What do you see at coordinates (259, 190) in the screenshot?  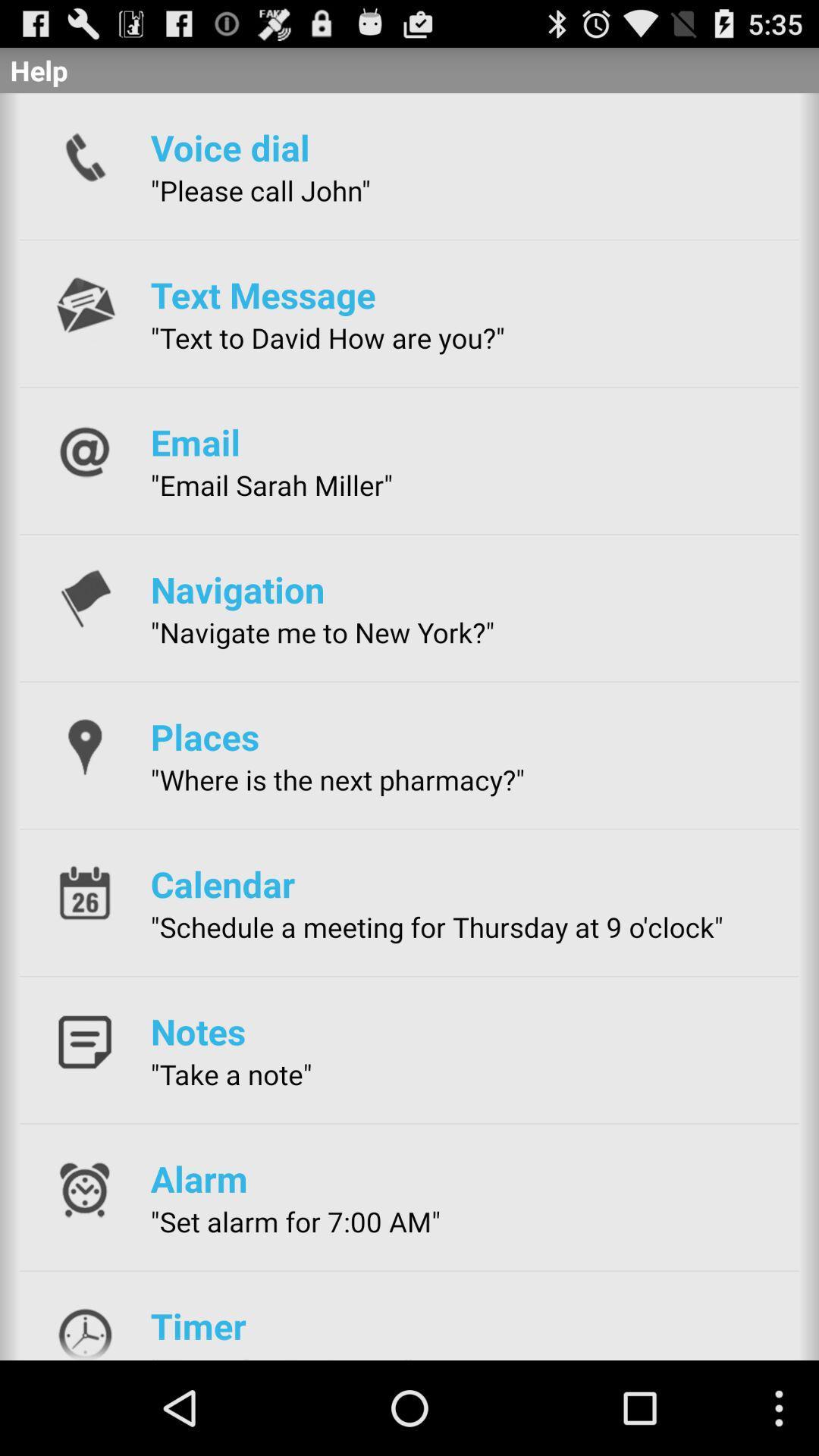 I see `"please call john" app` at bounding box center [259, 190].